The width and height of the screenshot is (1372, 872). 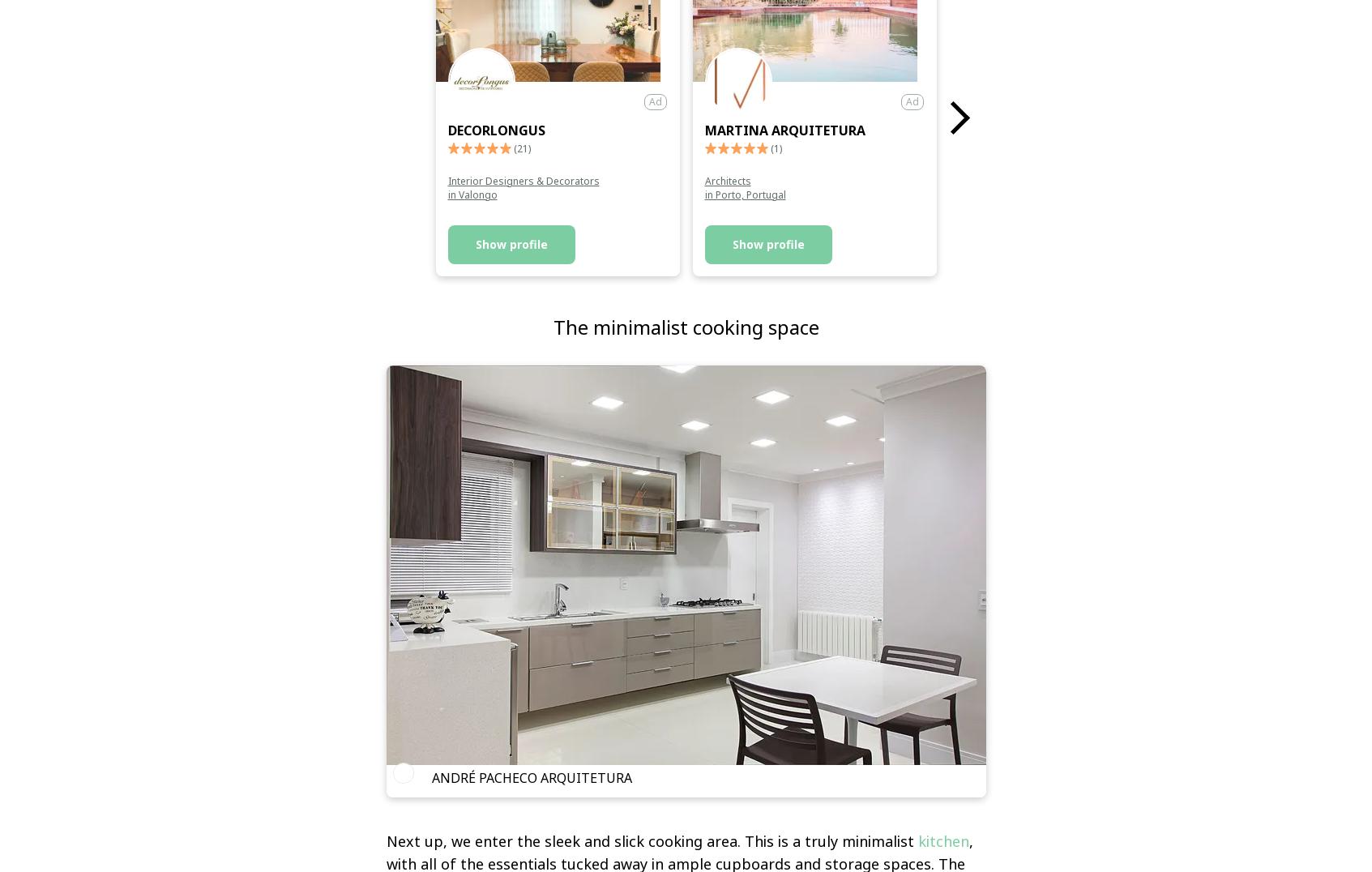 I want to click on 'Interior Designers & Decorators', so click(x=446, y=179).